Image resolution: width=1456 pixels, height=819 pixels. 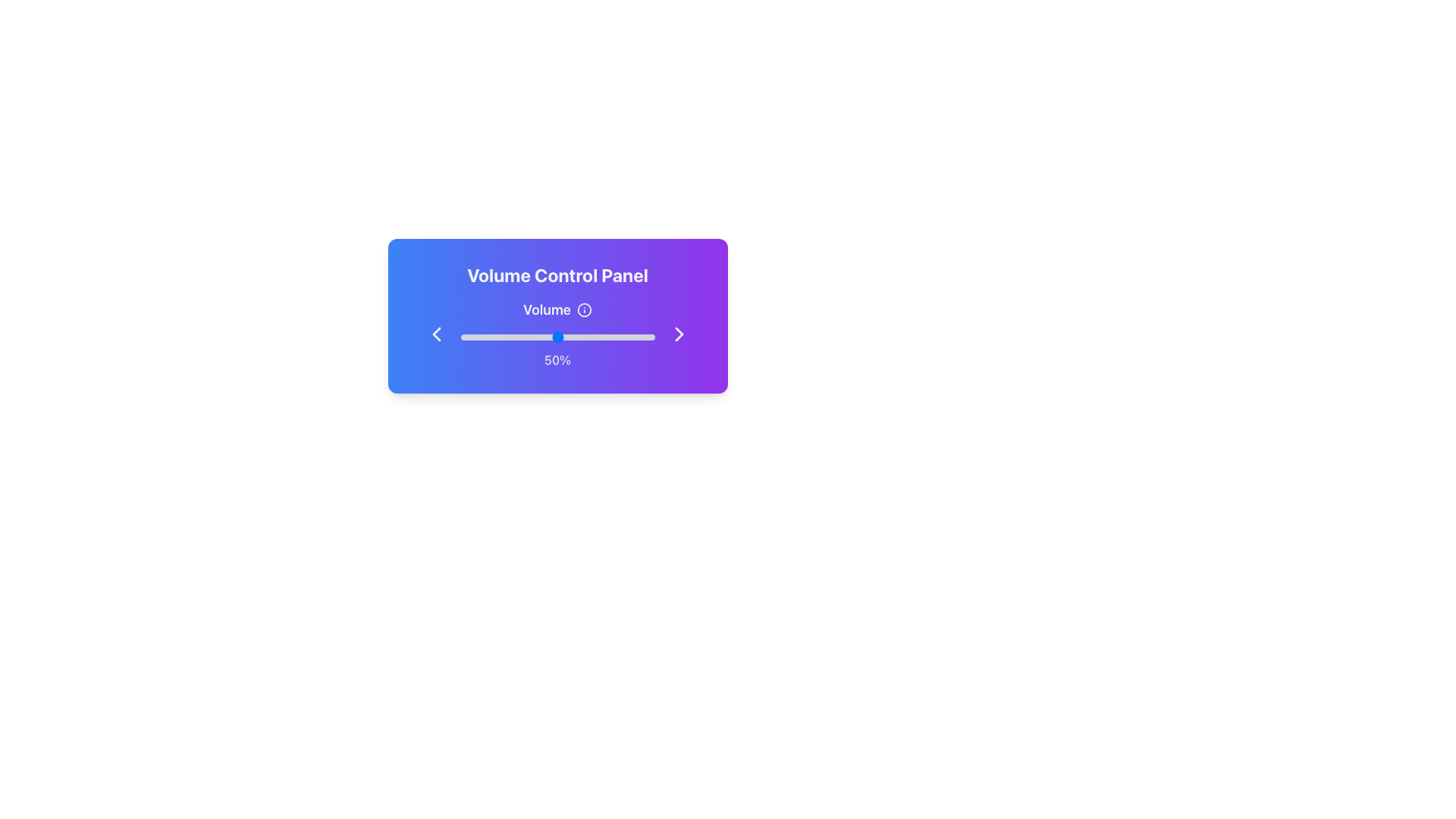 I want to click on the circular icon with a hollow border and a central dot, located to the right of the 'Volume' label in the interface, so click(x=583, y=309).